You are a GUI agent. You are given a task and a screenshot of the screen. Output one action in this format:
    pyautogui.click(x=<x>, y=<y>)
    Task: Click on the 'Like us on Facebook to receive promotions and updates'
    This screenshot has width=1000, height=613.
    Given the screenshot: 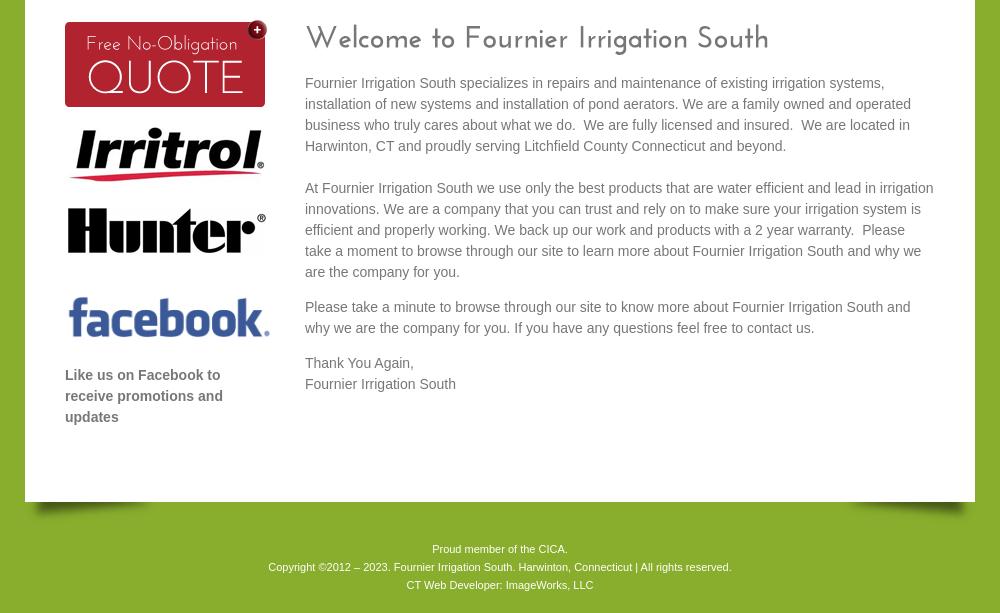 What is the action you would take?
    pyautogui.click(x=143, y=394)
    